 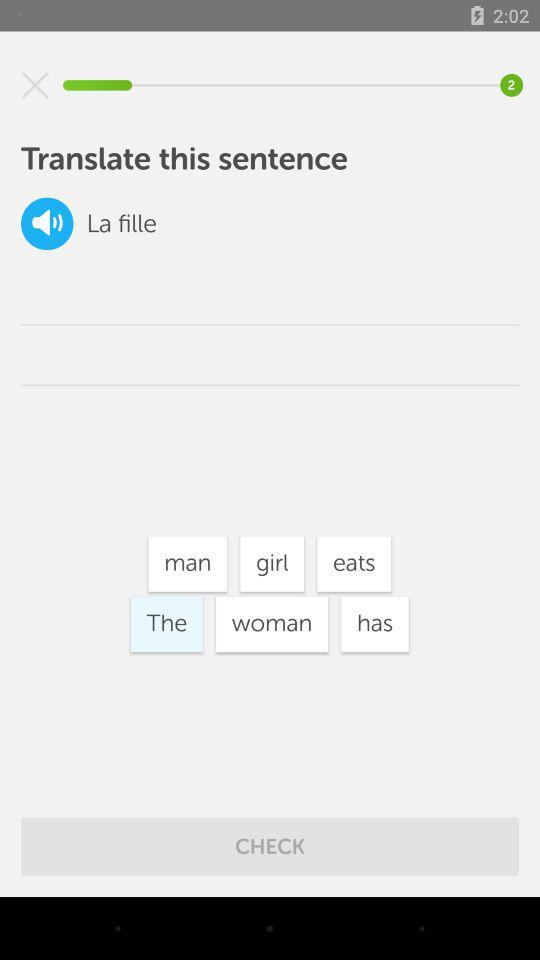 What do you see at coordinates (47, 223) in the screenshot?
I see `the volume icon` at bounding box center [47, 223].